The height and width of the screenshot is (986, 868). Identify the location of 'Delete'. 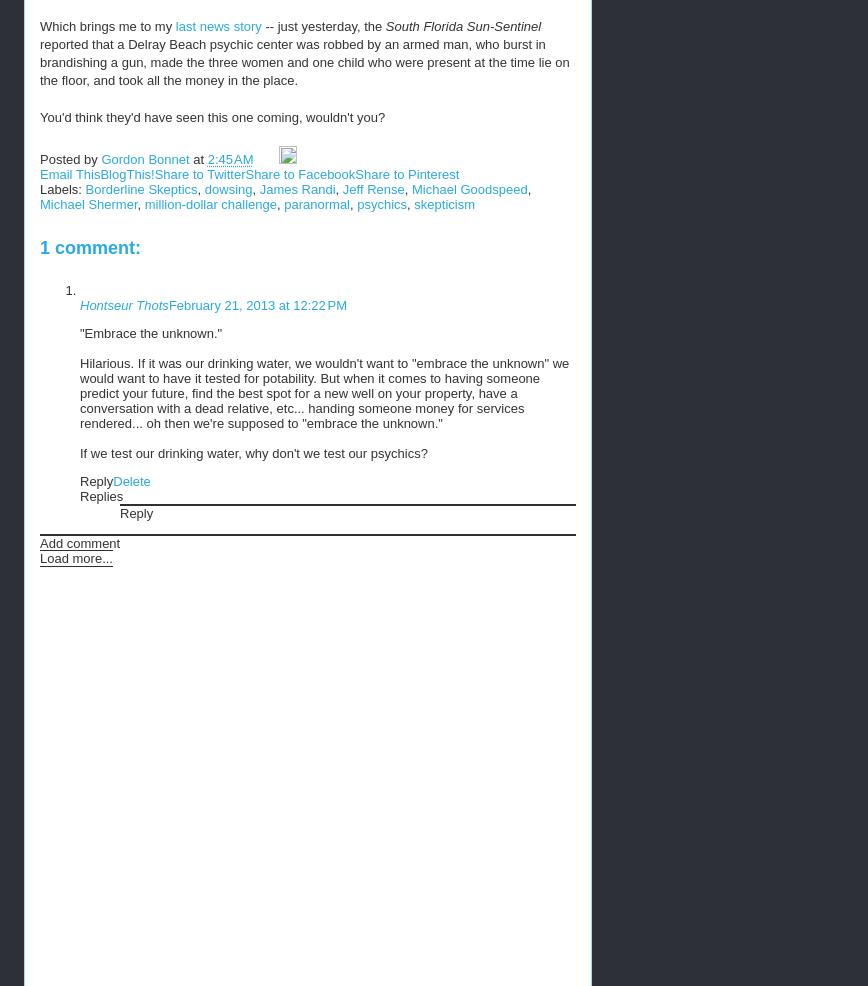
(131, 481).